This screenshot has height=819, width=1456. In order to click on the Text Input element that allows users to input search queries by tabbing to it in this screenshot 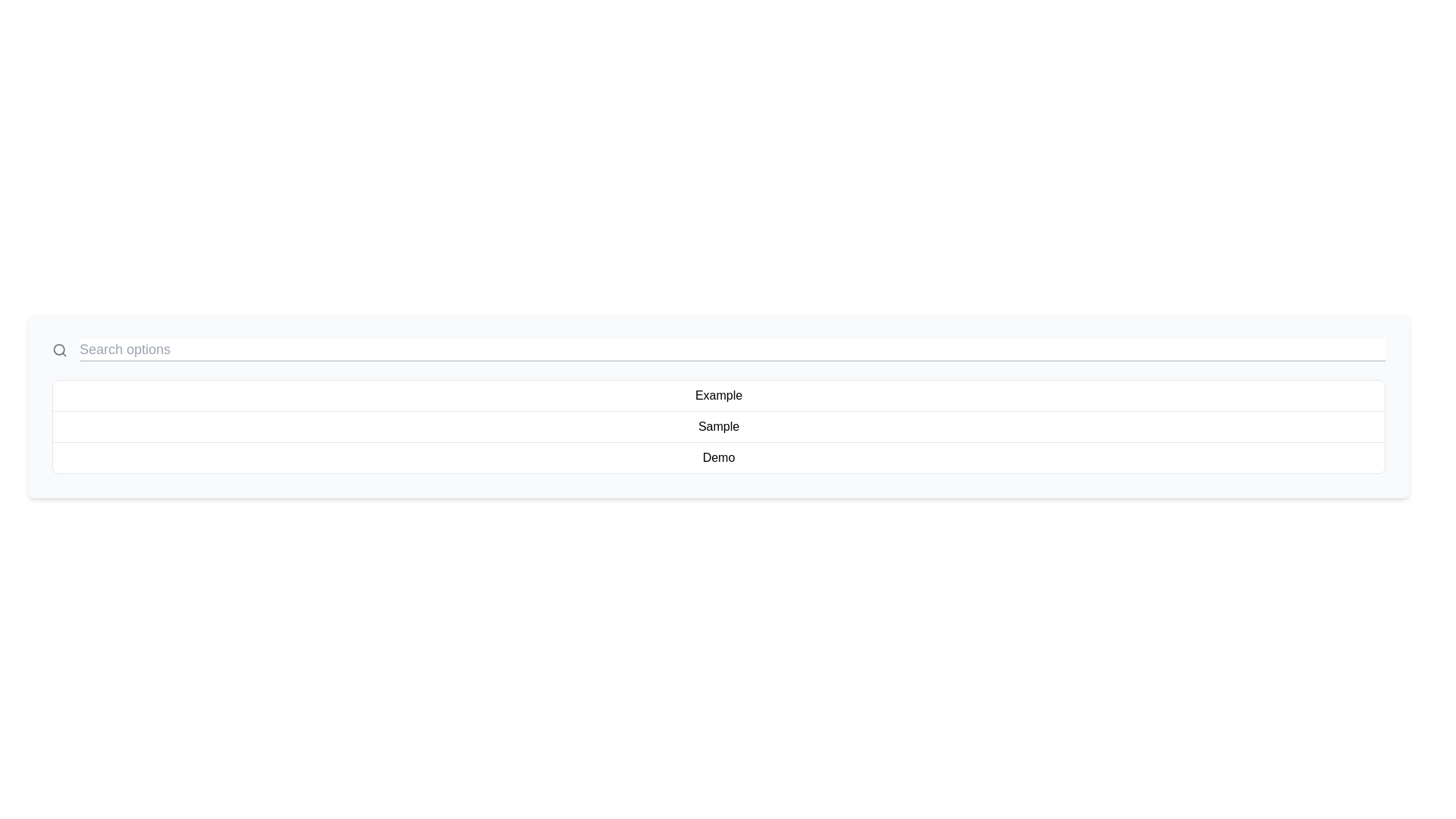, I will do `click(732, 350)`.